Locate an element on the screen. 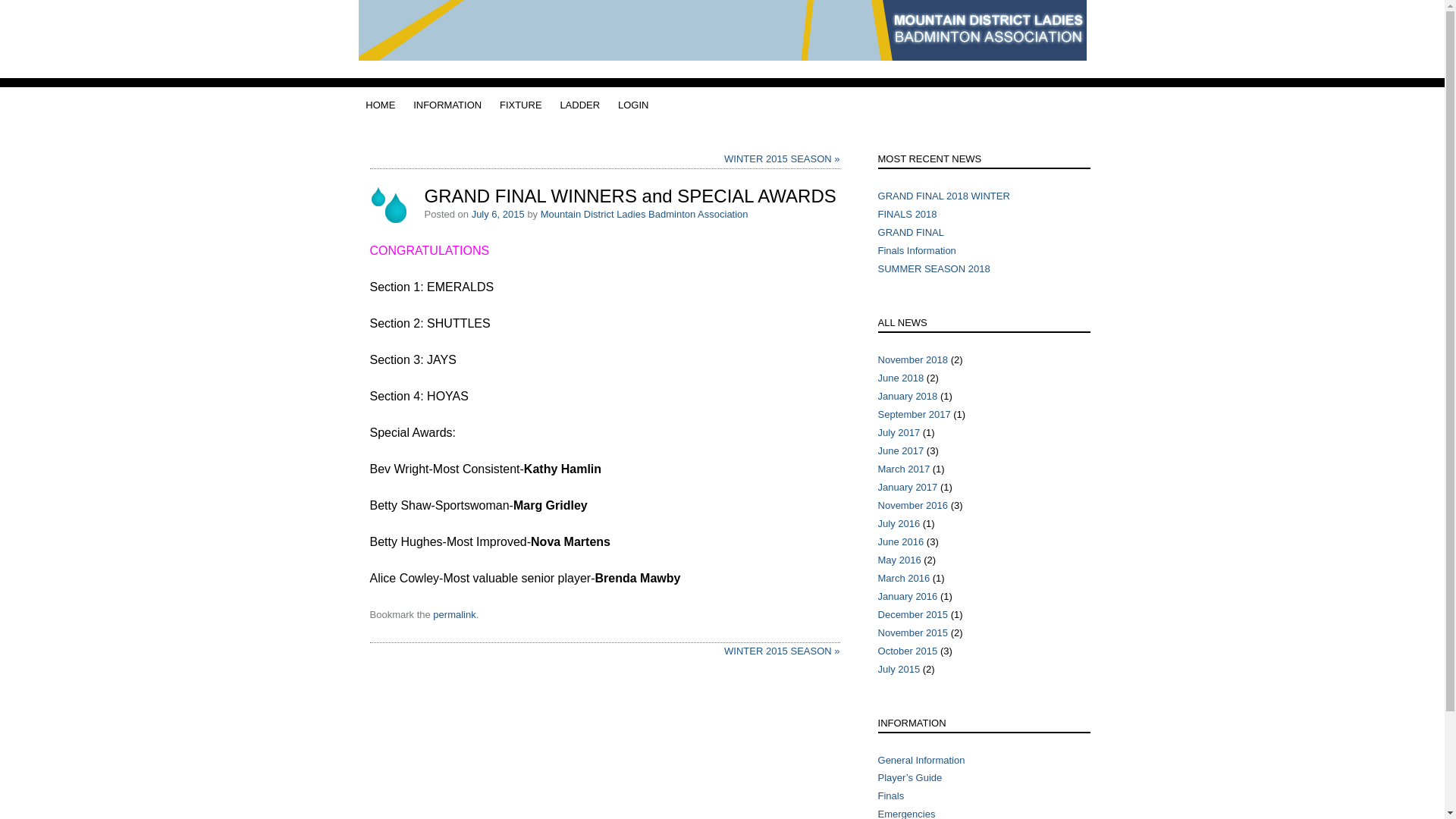  'July 2017' is located at coordinates (899, 432).